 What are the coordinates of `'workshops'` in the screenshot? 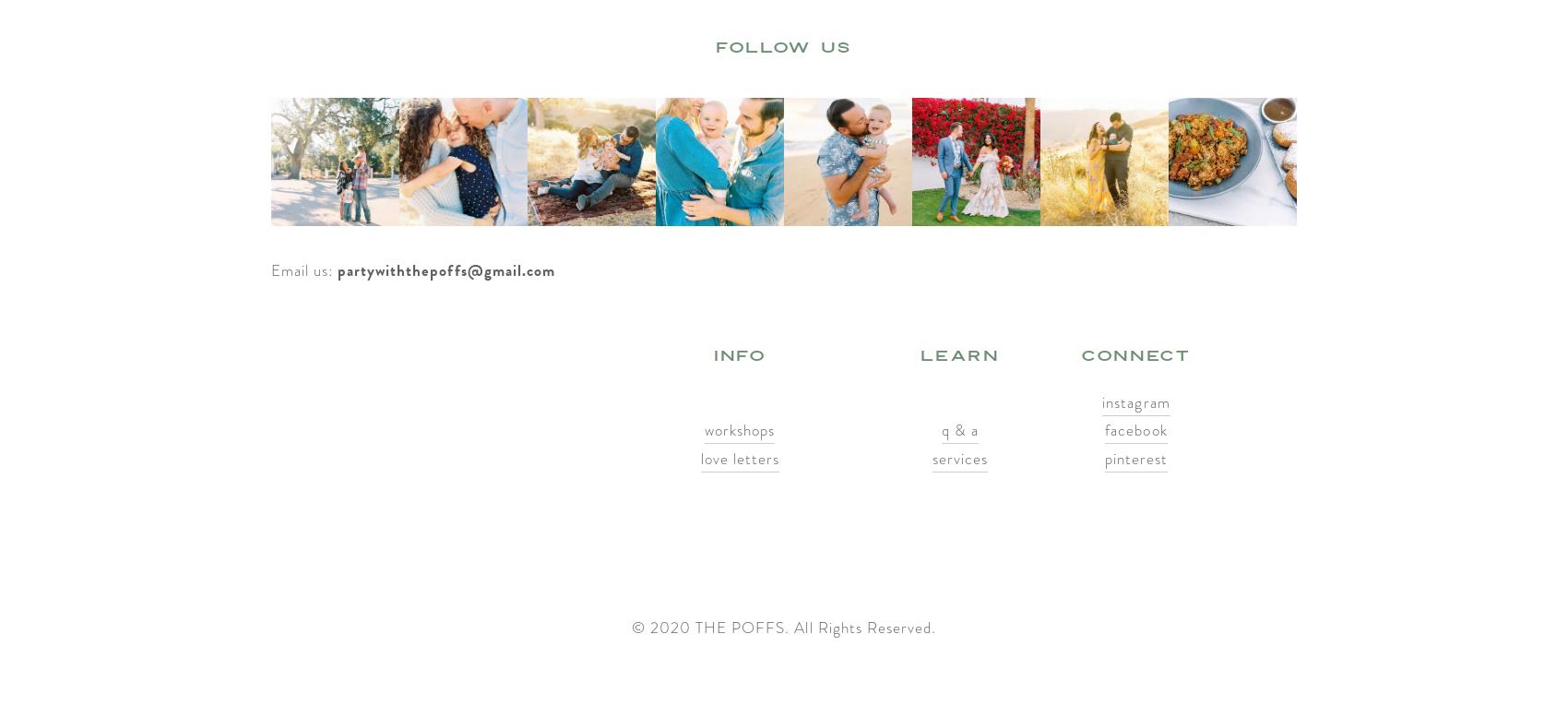 It's located at (739, 429).